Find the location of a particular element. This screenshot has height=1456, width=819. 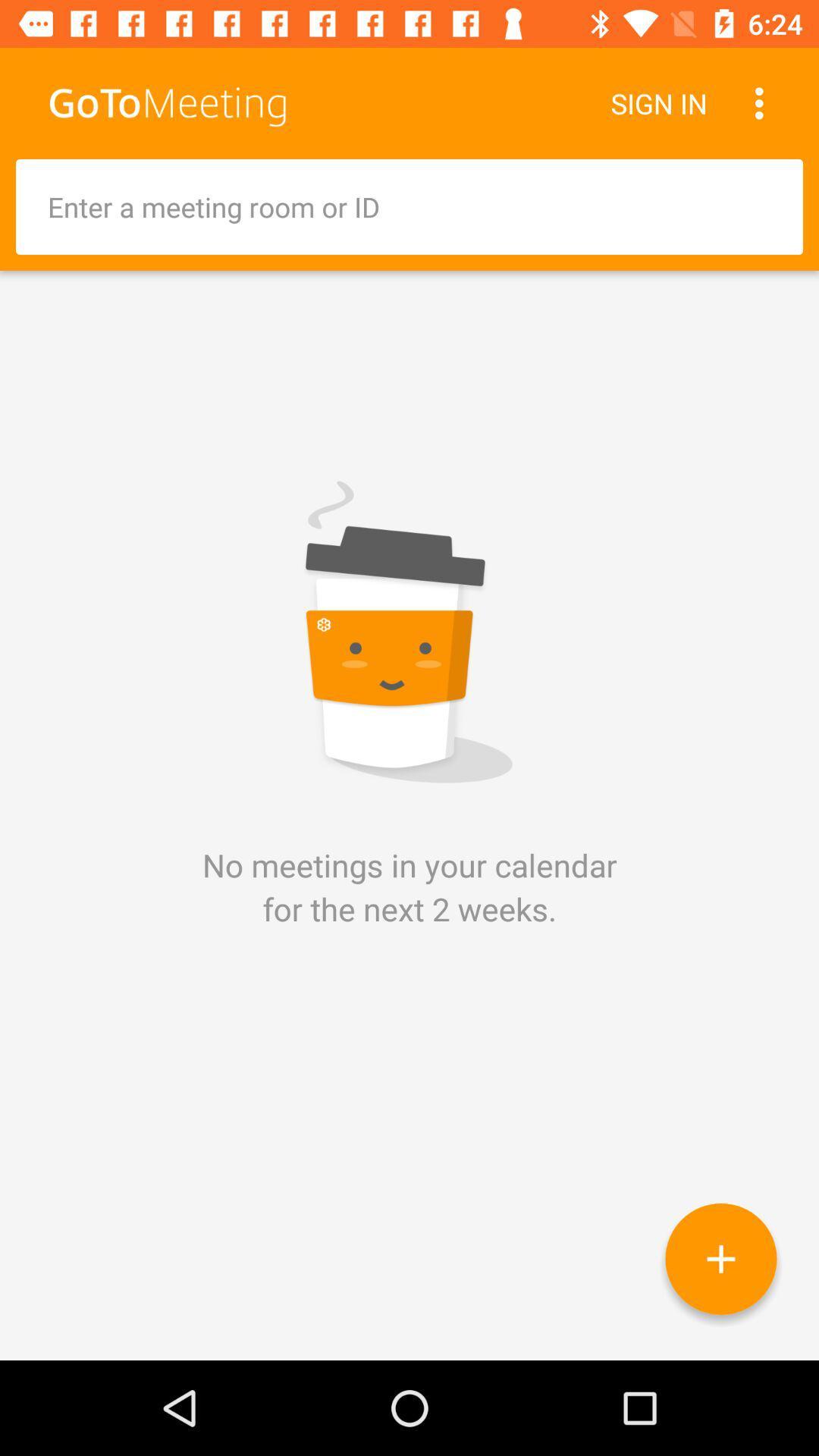

item to the right of the sign in icon is located at coordinates (763, 102).